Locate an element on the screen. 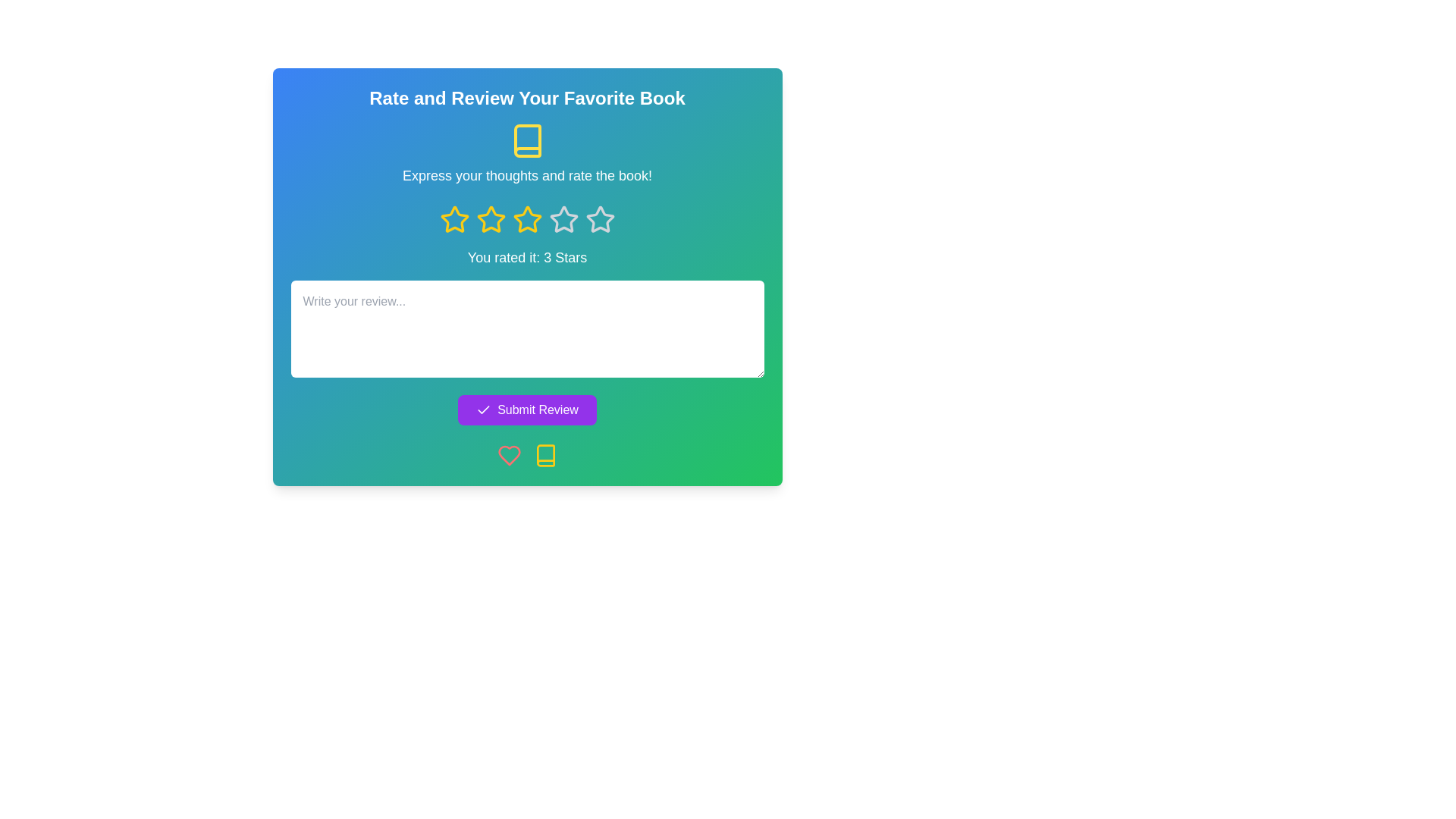 The image size is (1456, 819). the third star rating button, which is a yellow star icon in a horizontal arrangement of five stars is located at coordinates (527, 219).